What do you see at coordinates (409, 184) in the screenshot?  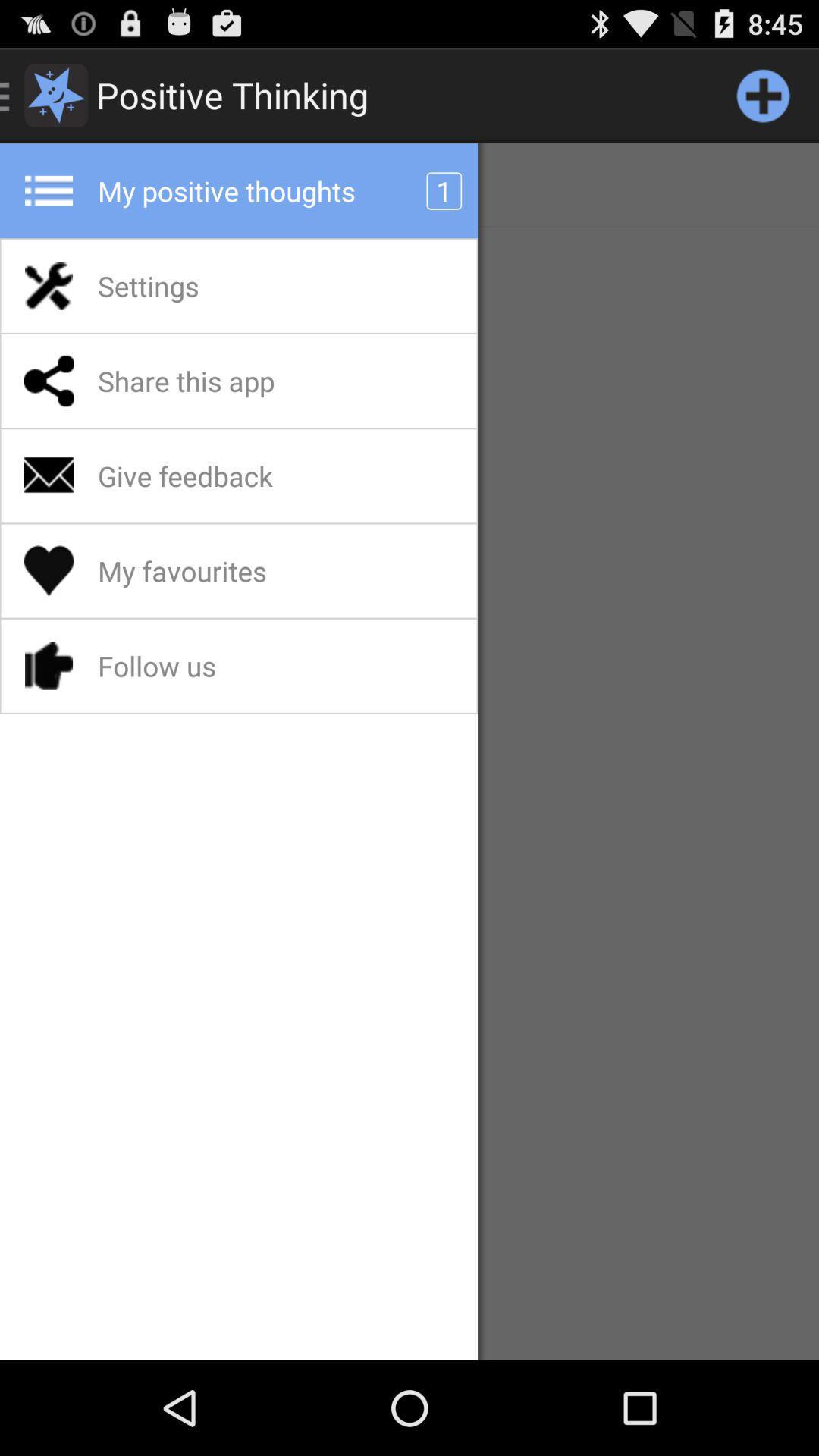 I see `item above the settings` at bounding box center [409, 184].